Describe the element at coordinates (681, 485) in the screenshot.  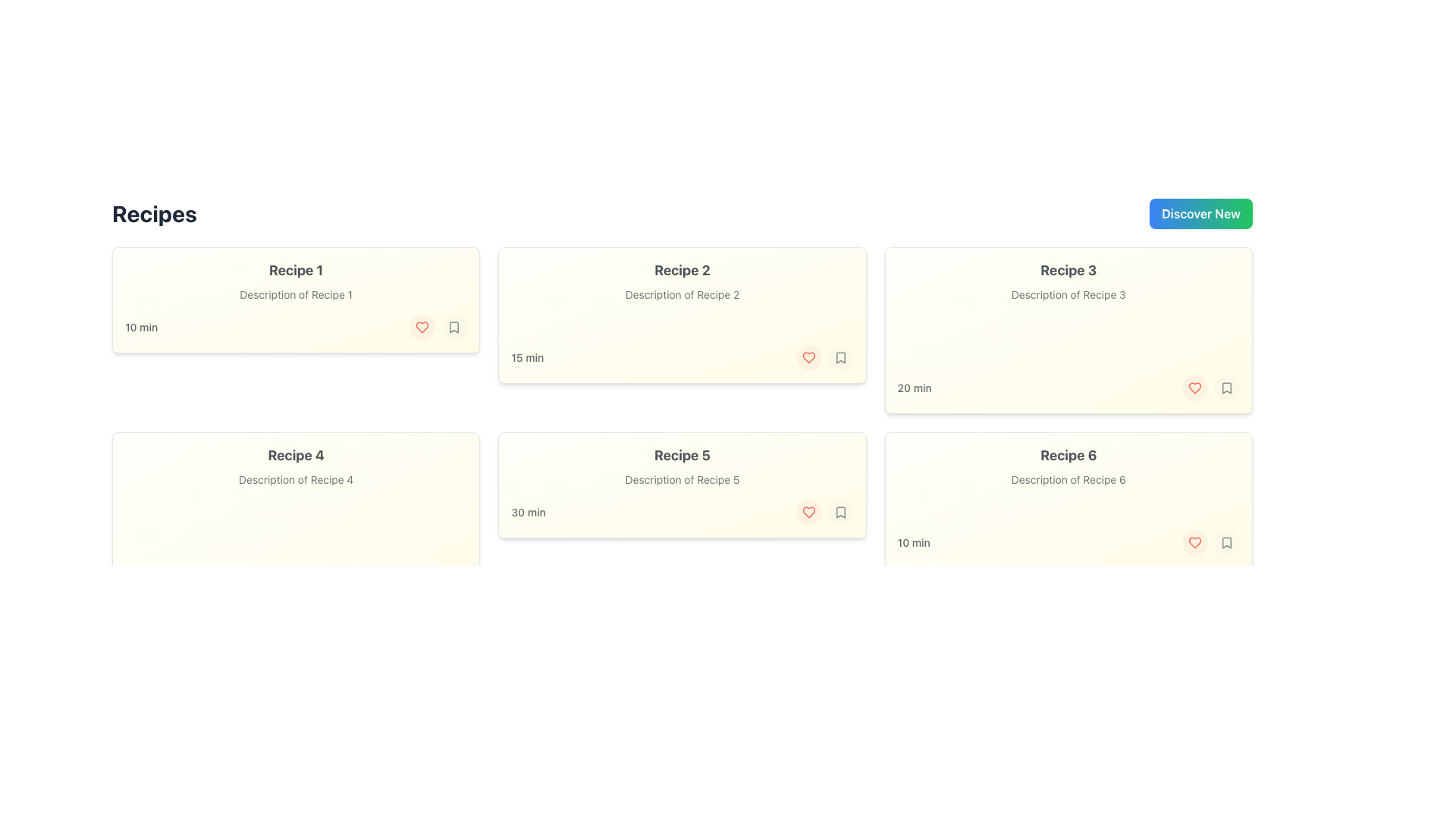
I see `the recipe card displaying the title, description, and time required for a recipe, positioned in the second row and first column of the grid layout` at that location.